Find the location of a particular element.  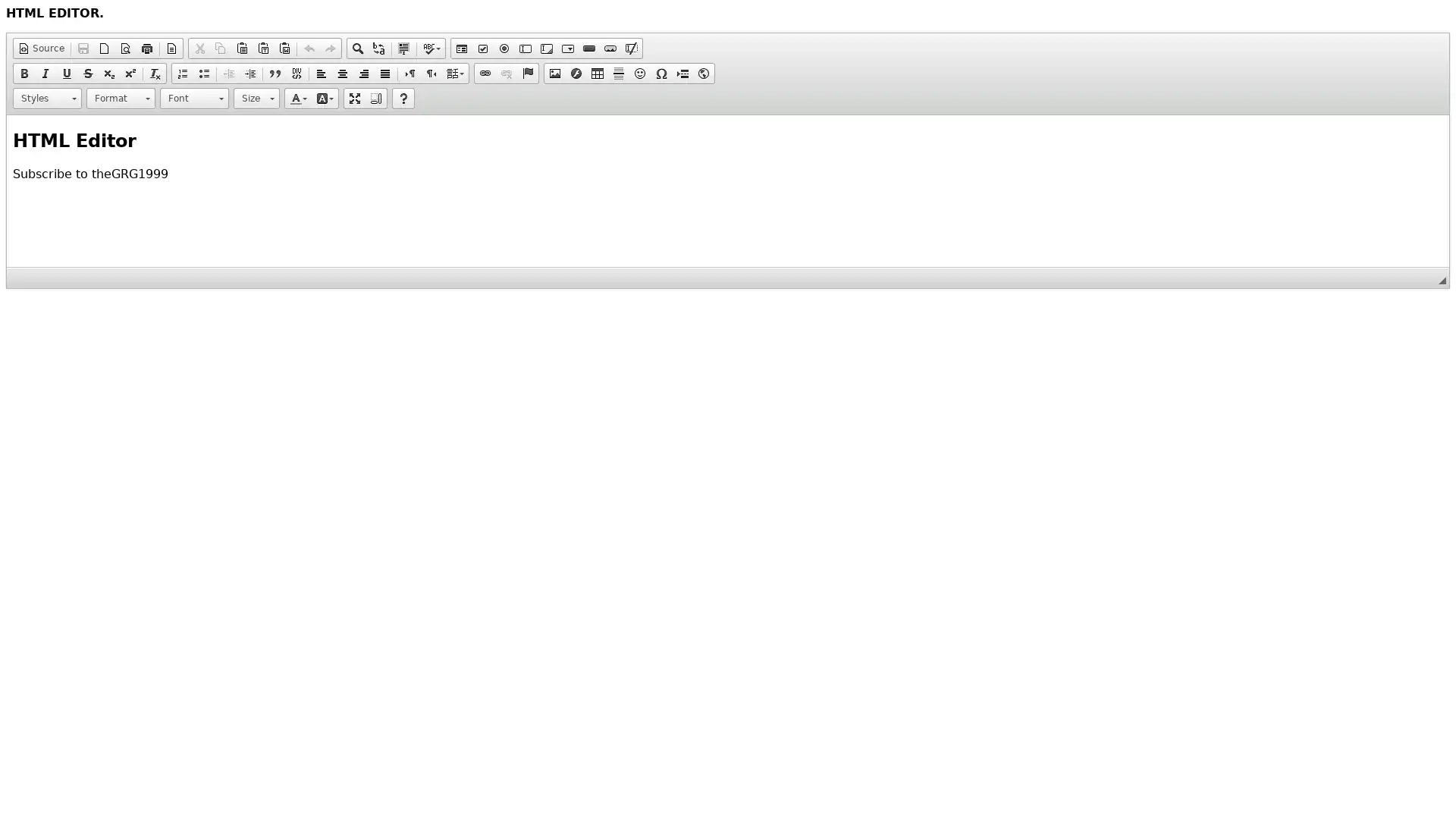

Decrease Indent is located at coordinates (228, 73).